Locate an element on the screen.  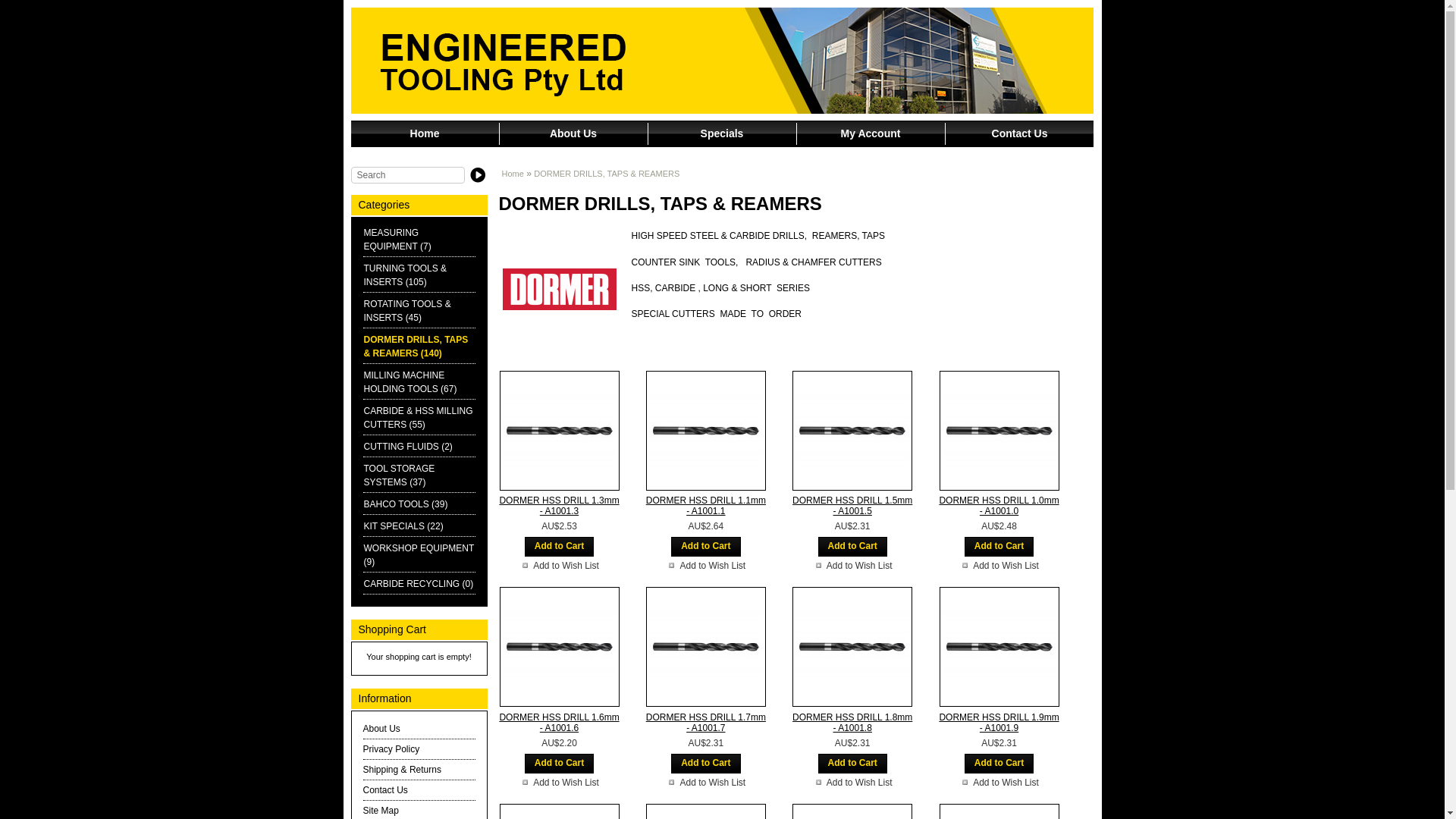
'Home' is located at coordinates (425, 133).